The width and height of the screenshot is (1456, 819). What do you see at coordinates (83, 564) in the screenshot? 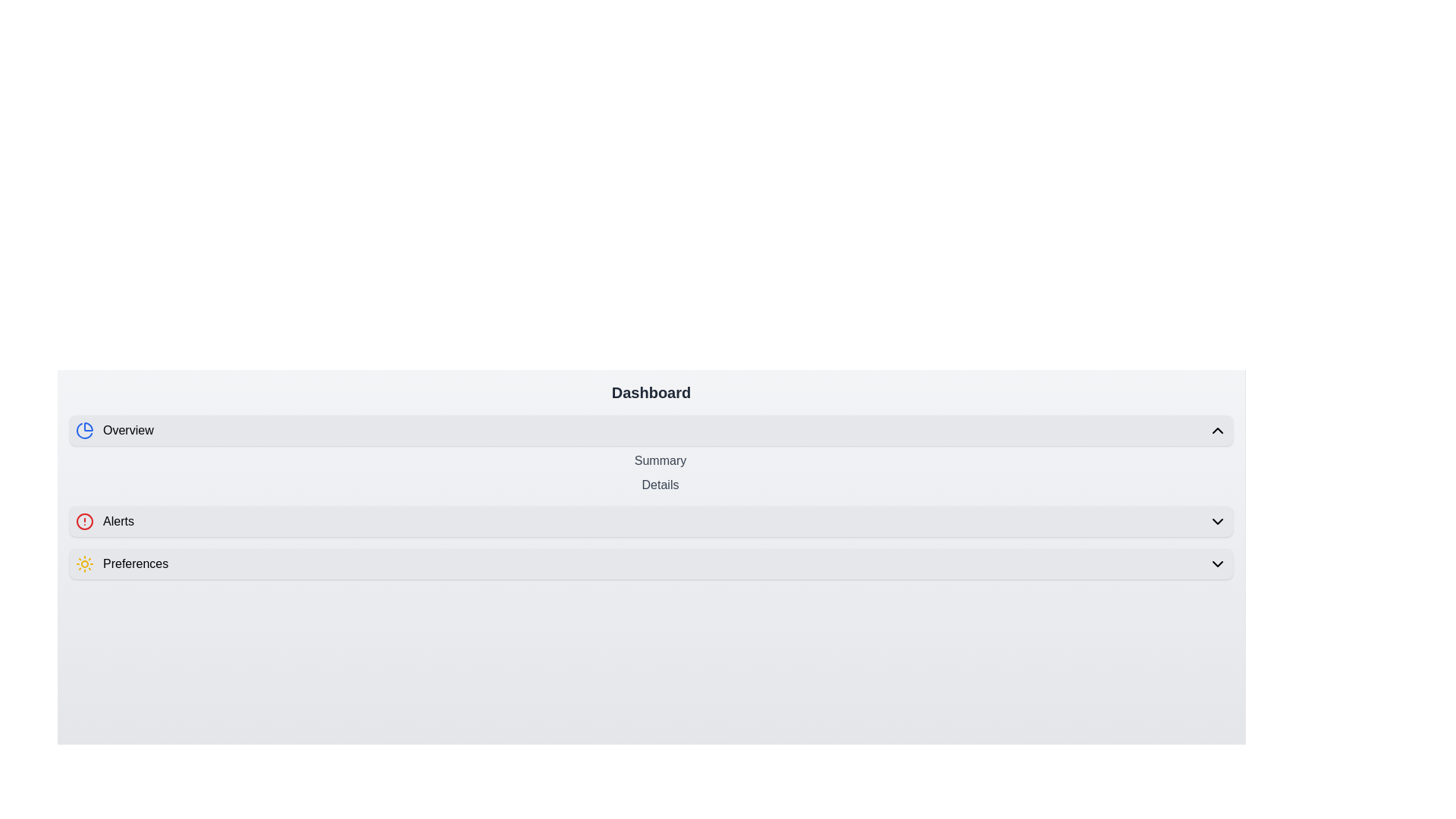
I see `the sun icon located at the rightmost edge of the 'Preferences' section` at bounding box center [83, 564].